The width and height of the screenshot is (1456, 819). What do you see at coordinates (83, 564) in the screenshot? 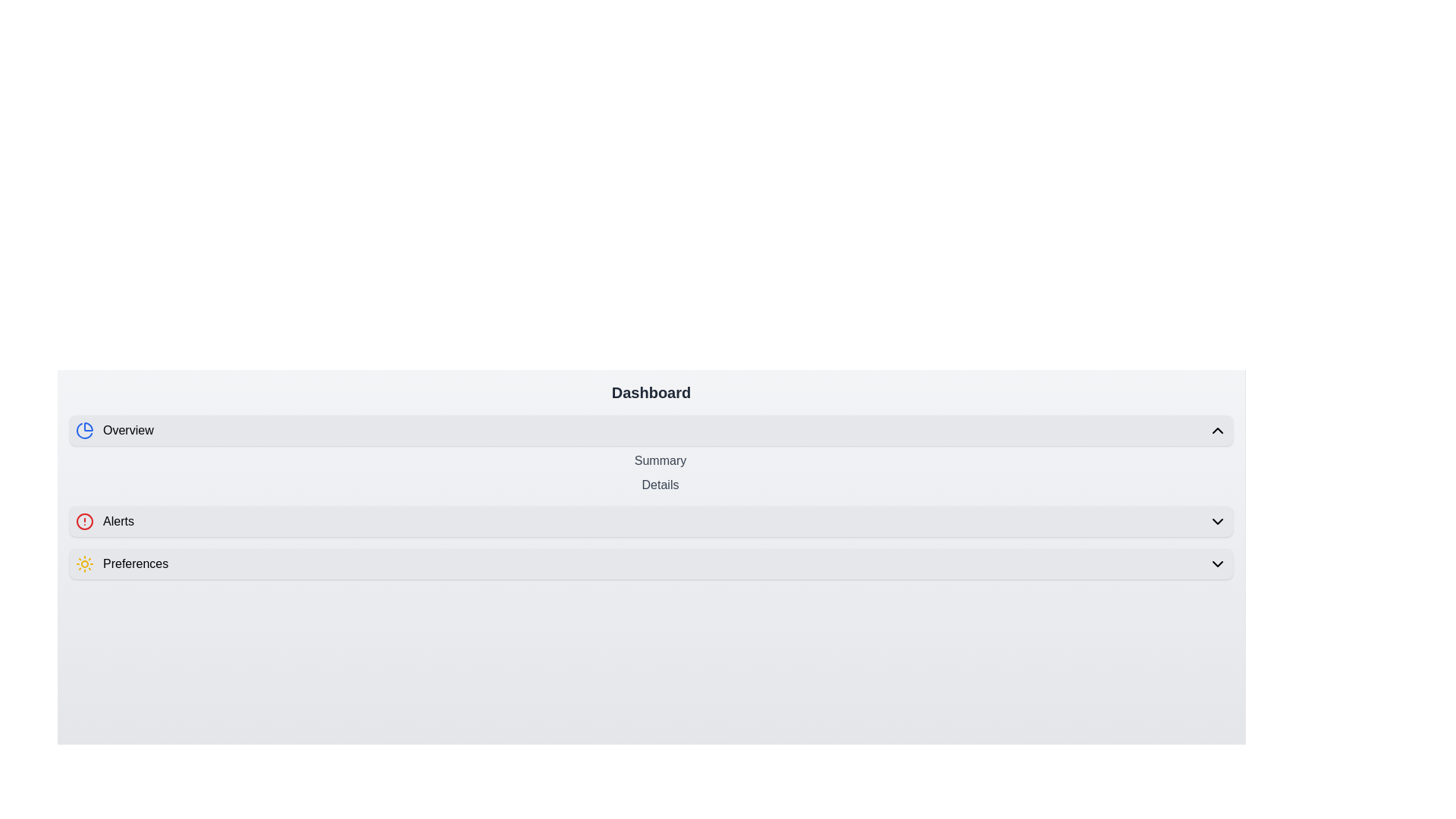
I see `the sun icon located at the rightmost edge of the 'Preferences' section` at bounding box center [83, 564].